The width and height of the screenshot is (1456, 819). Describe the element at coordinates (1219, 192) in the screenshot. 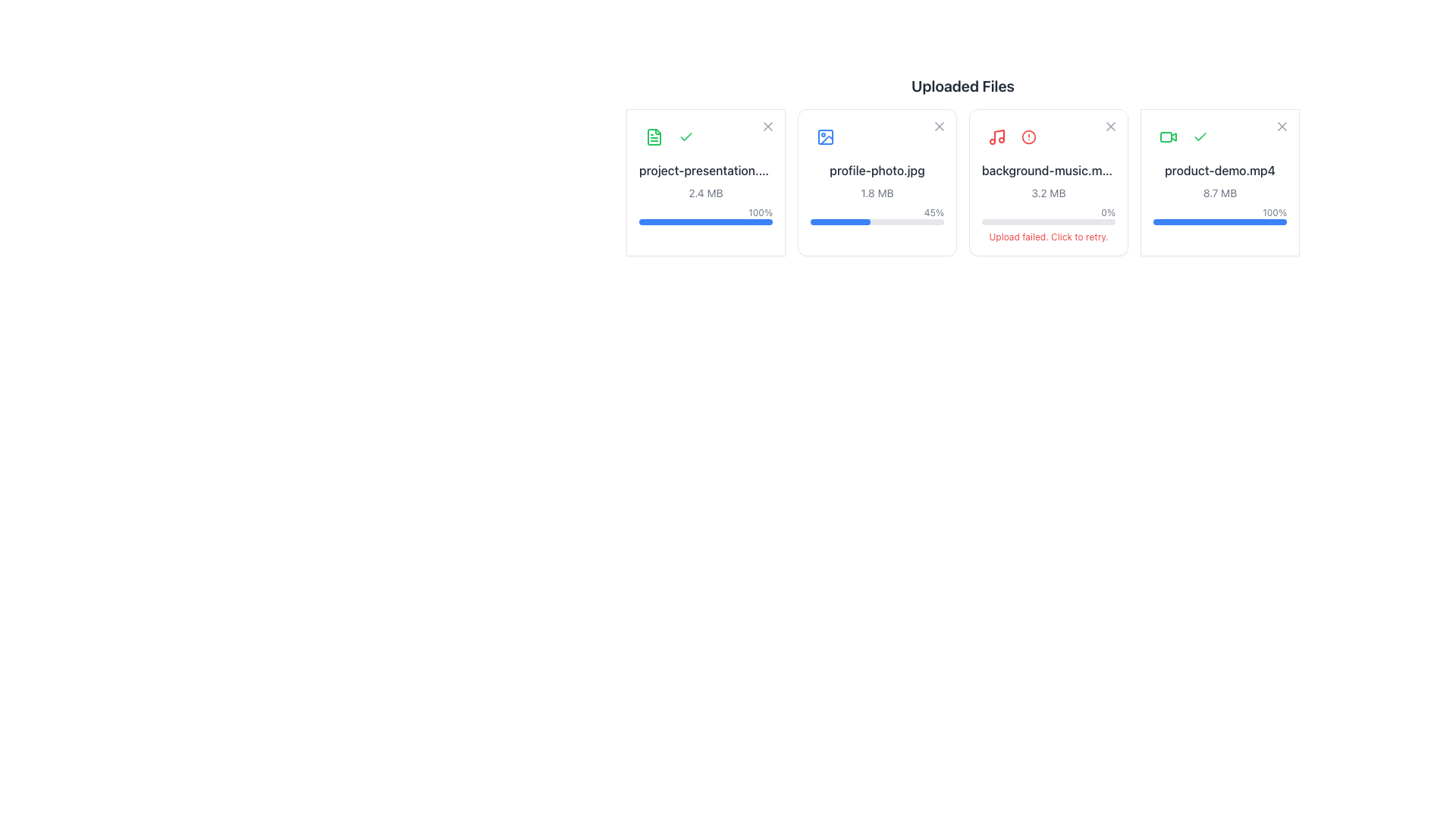

I see `size information from the text label displaying '8.7 MB', which is located below the filename 'product-demo.mp4' and above the progress bar in the rightmost file card of the 'Uploaded Files' section` at that location.